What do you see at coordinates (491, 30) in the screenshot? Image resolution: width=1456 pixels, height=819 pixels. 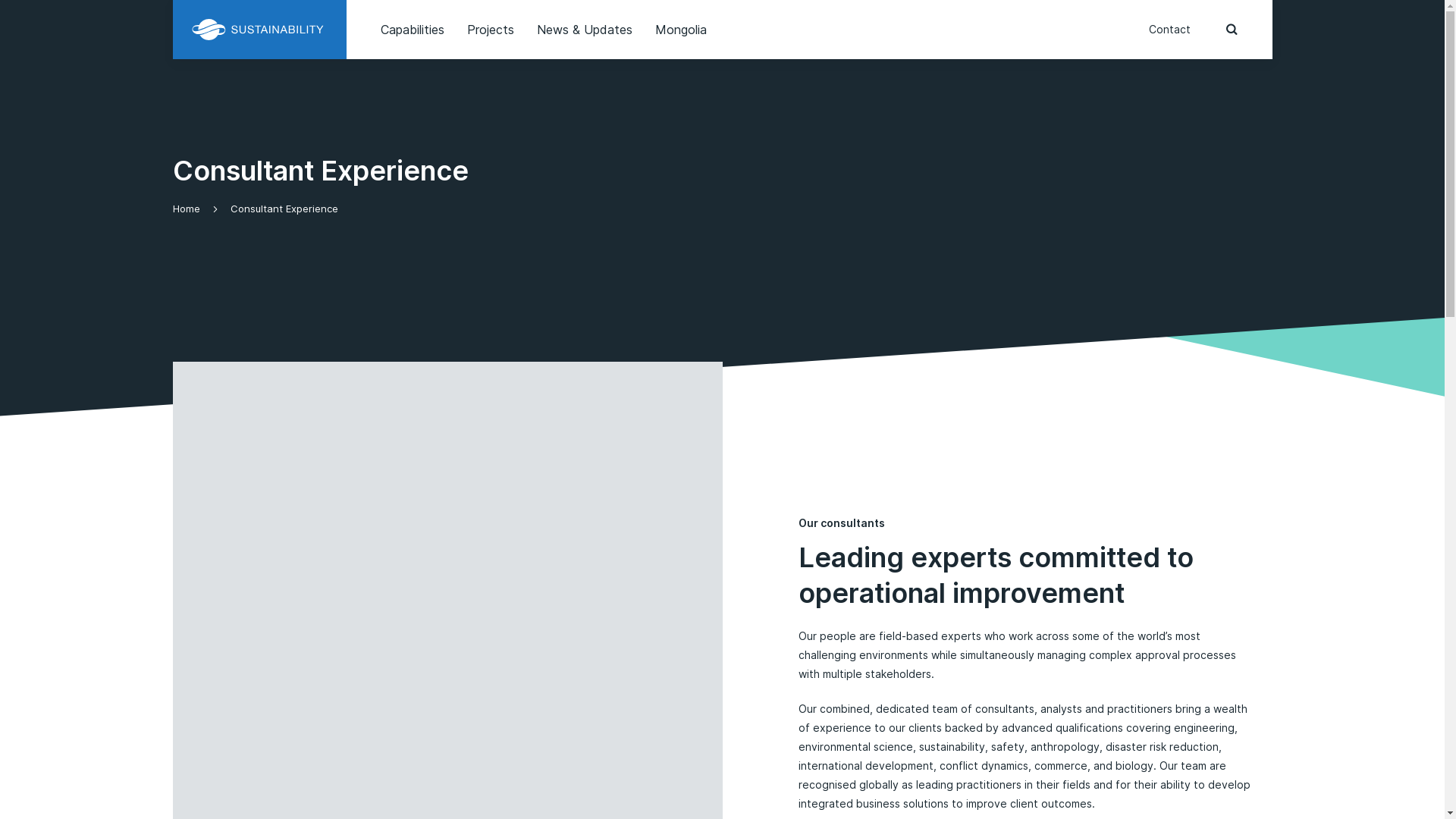 I see `'Projects'` at bounding box center [491, 30].